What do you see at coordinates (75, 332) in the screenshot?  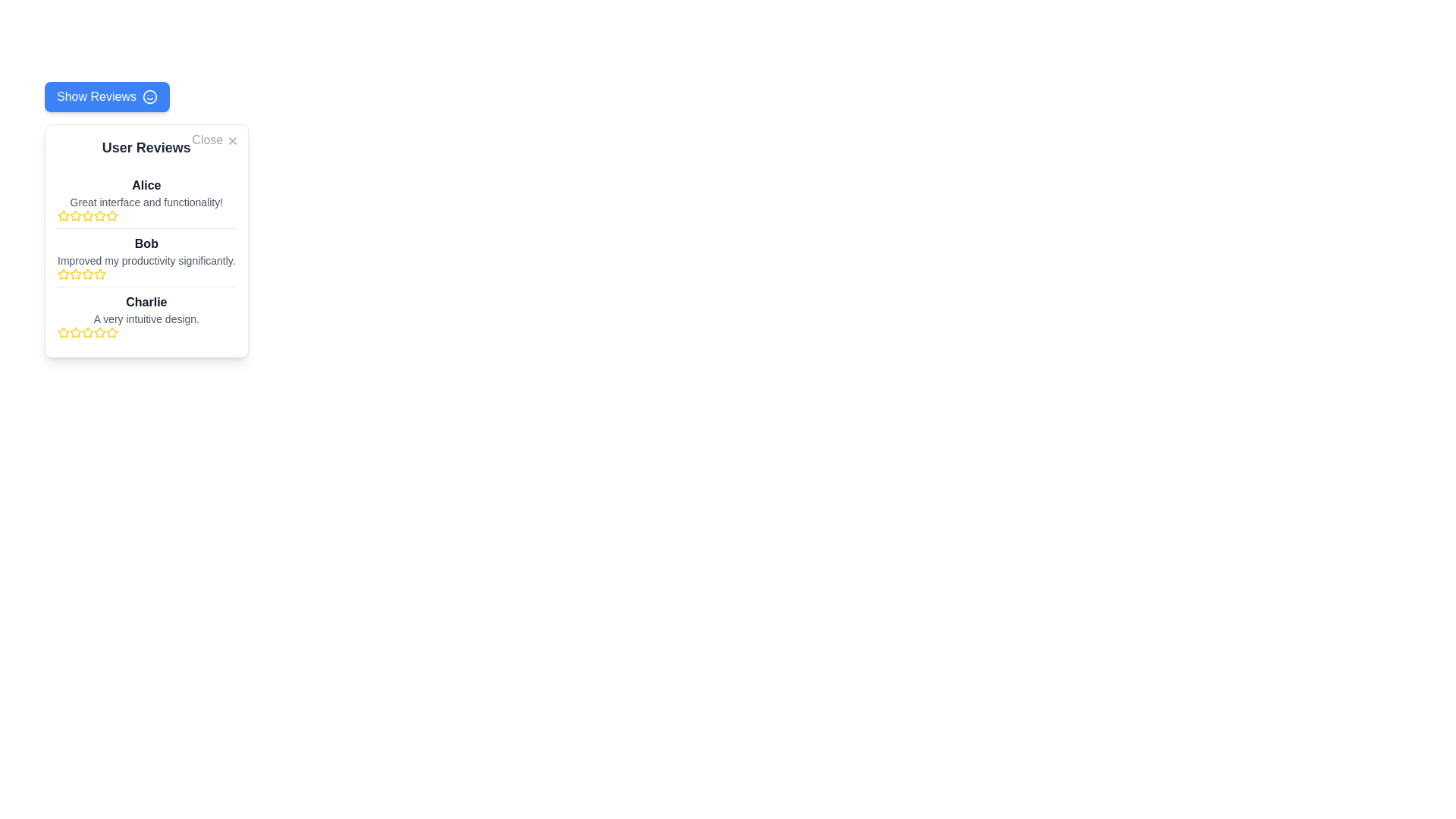 I see `second yellow star icon in the rating system for its properties, which is part of Charlie's review in the 'User Reviews' panel` at bounding box center [75, 332].